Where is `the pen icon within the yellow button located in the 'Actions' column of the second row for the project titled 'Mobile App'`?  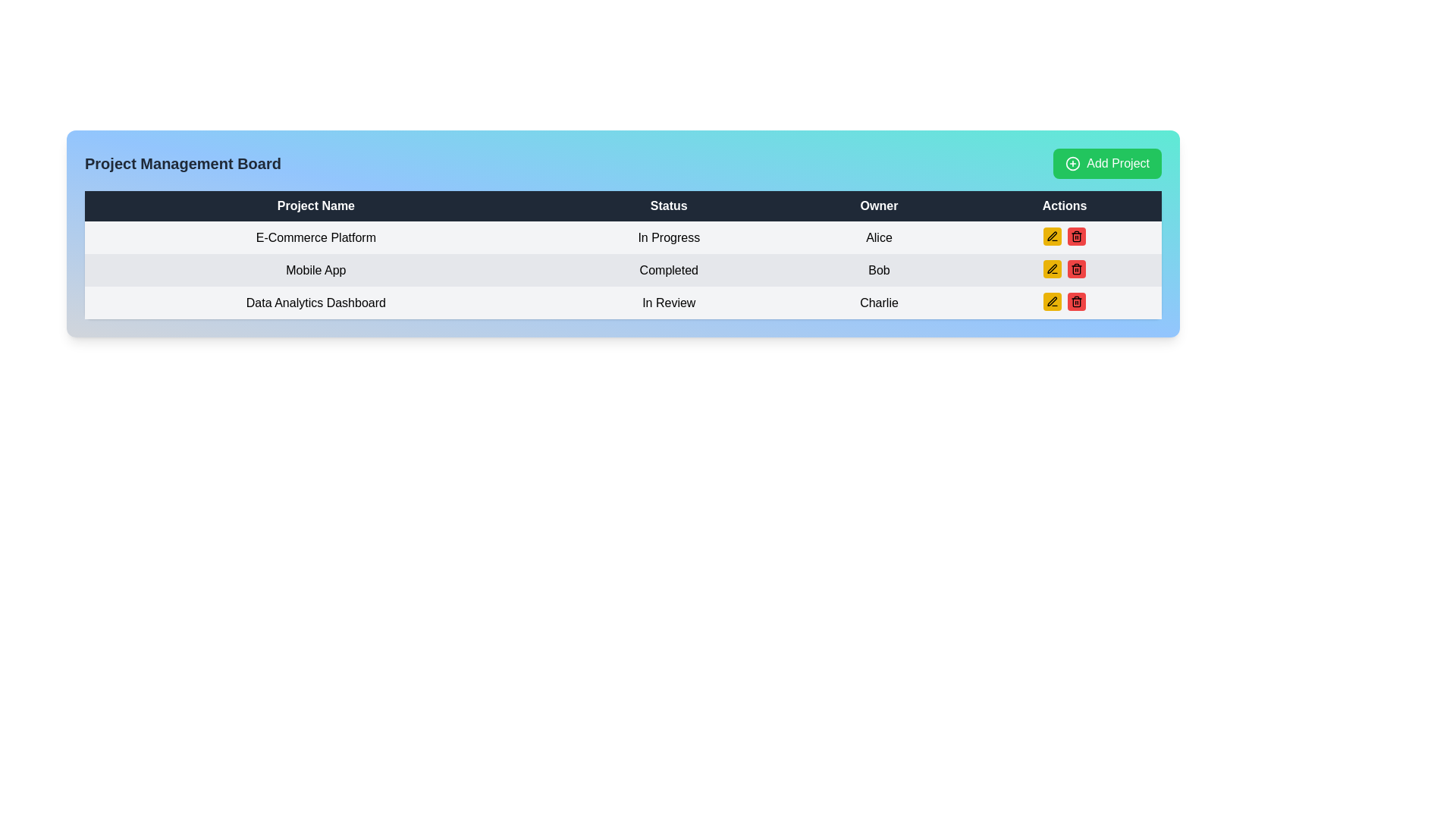 the pen icon within the yellow button located in the 'Actions' column of the second row for the project titled 'Mobile App' is located at coordinates (1051, 268).